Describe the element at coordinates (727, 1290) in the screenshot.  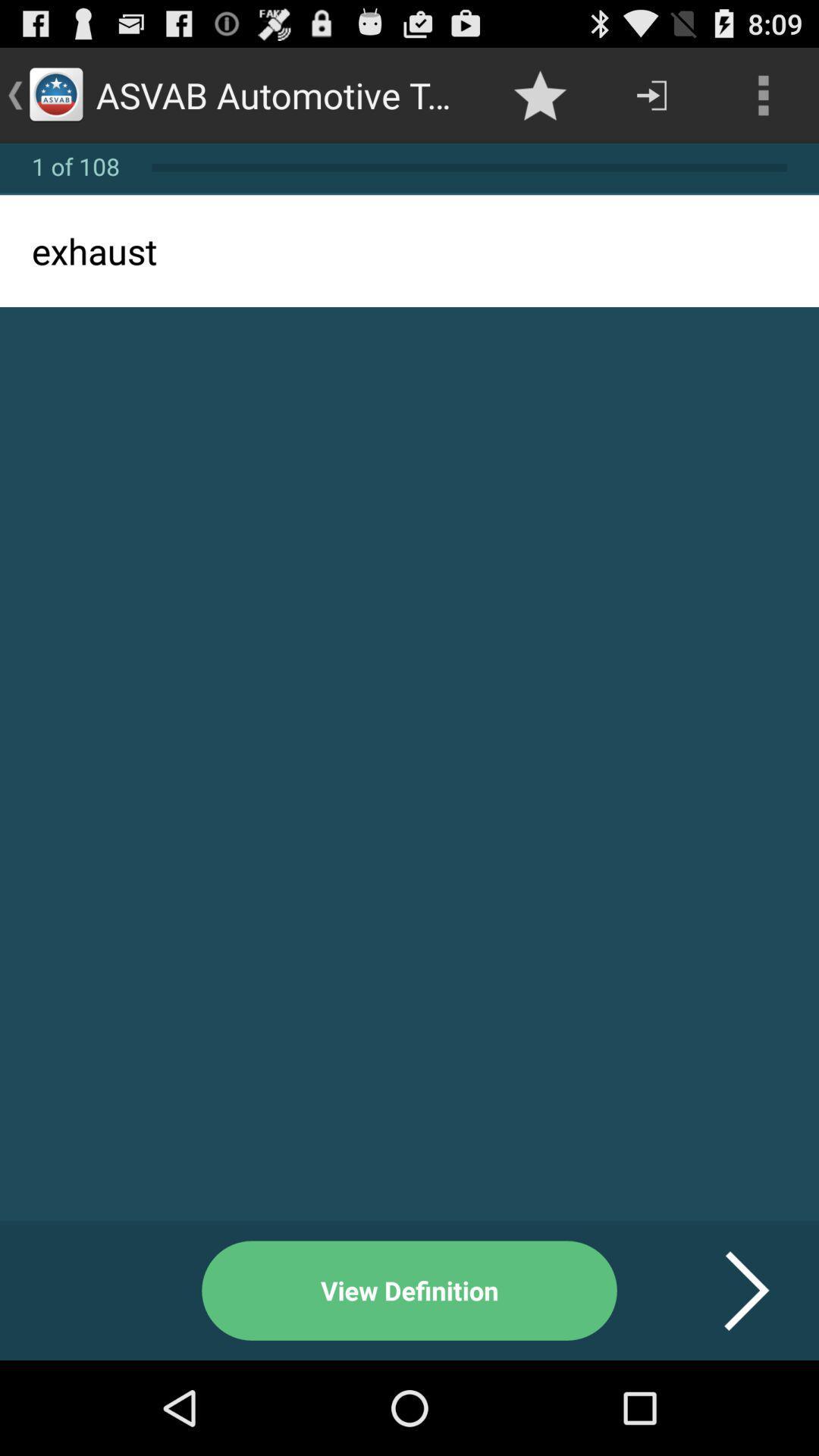
I see `the icon next to the view definition item` at that location.